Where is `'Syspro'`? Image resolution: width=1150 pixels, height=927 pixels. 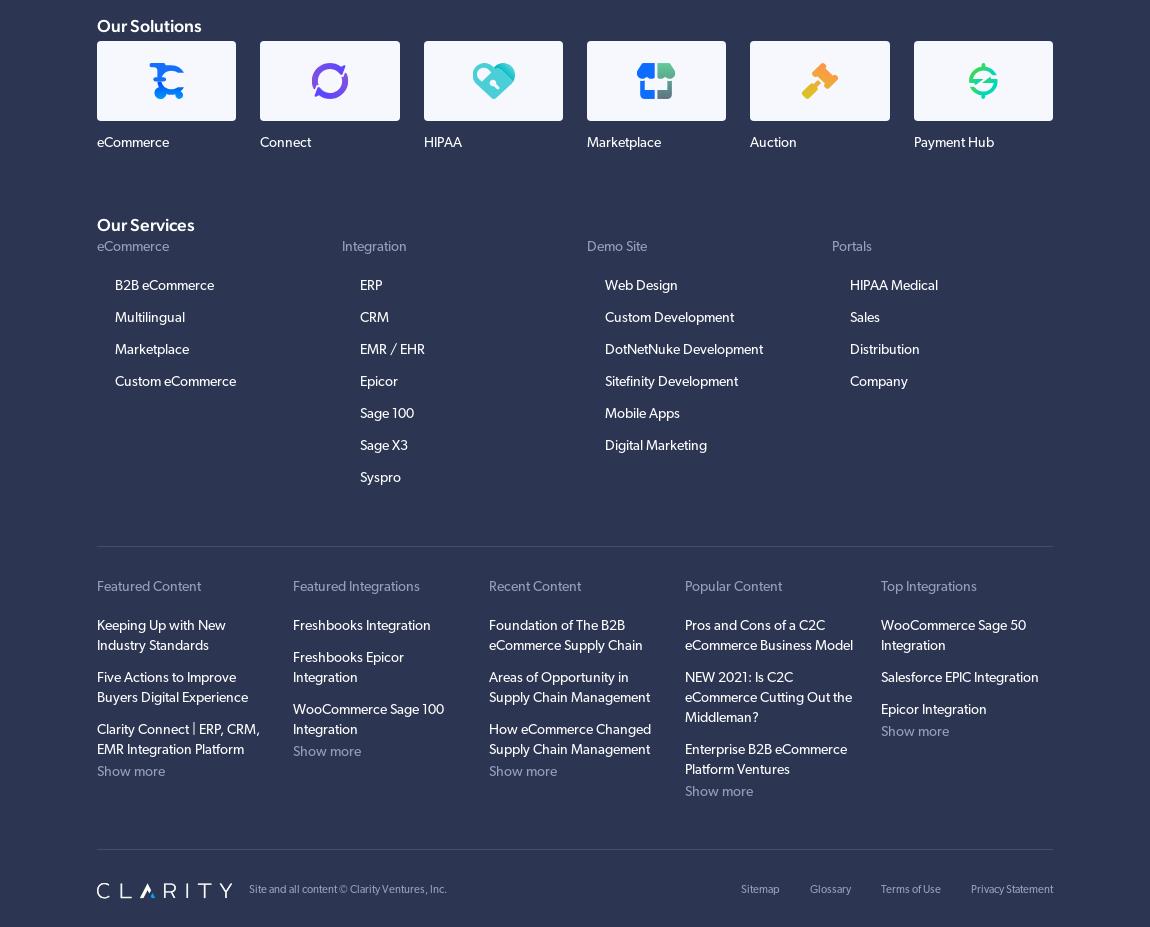
'Syspro' is located at coordinates (359, 477).